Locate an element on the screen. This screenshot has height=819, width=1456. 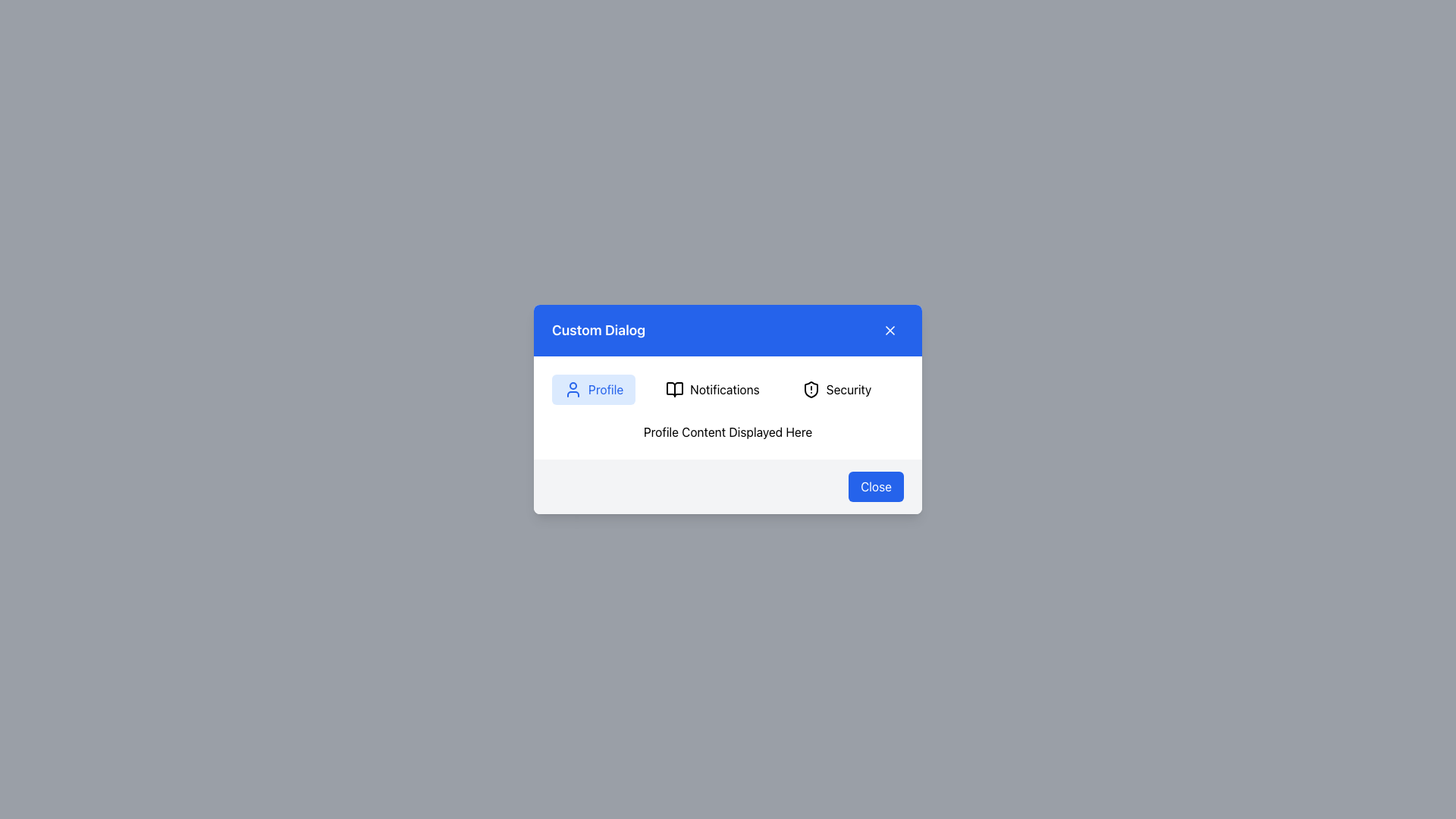
the graphical icon representing the 'close' button located in the top-right corner of the dialog box is located at coordinates (890, 329).